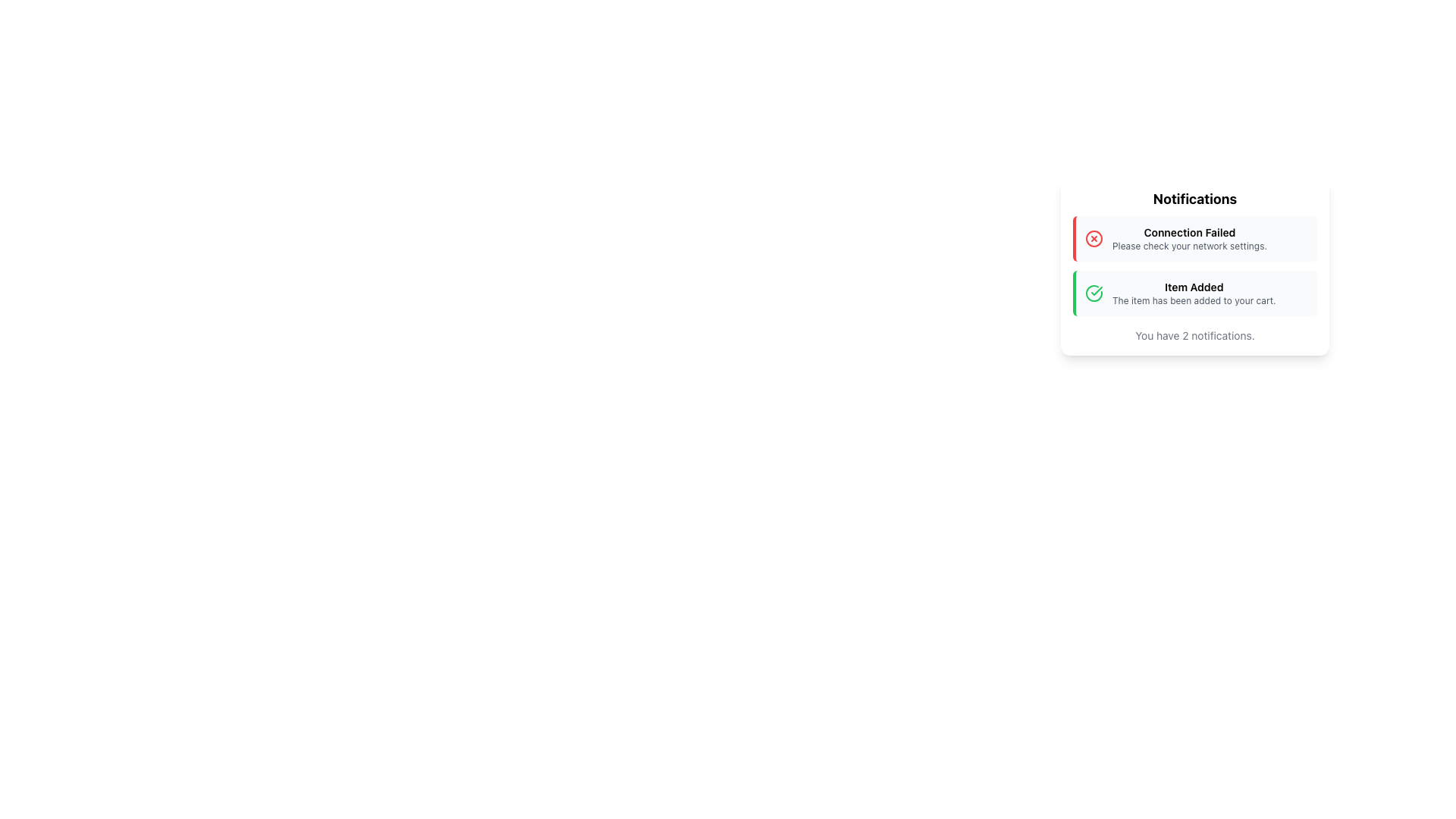 The image size is (1456, 819). Describe the element at coordinates (1196, 293) in the screenshot. I see `notification message titled 'Item Added' which indicates that 'The item has been added to your cart.' This notification is the second one displayed in the notification panel, below a red 'Connection Failed' warning` at that location.